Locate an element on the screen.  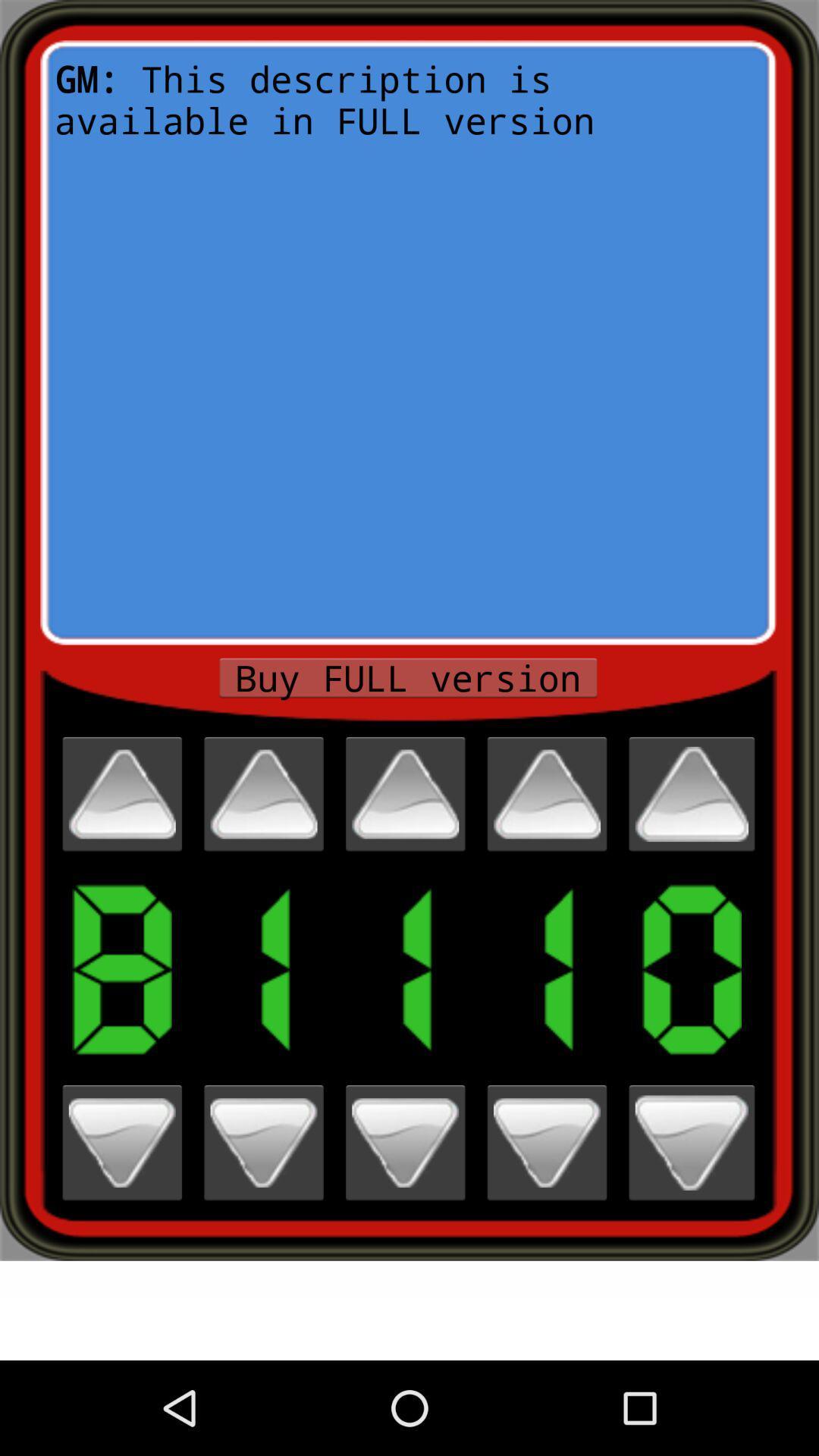
decrease number 3 is located at coordinates (404, 1143).